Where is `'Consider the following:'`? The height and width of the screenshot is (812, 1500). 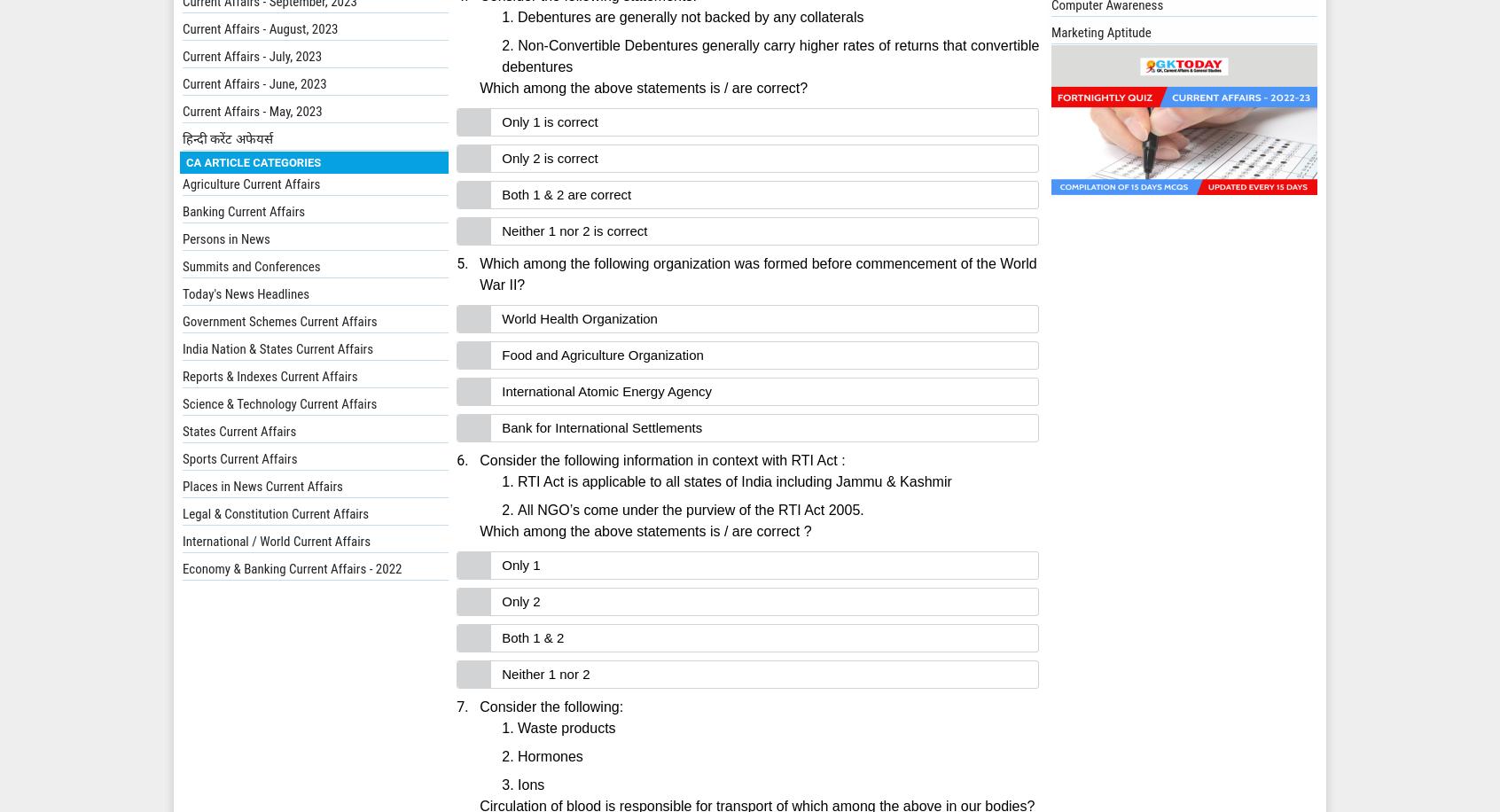 'Consider the following:' is located at coordinates (550, 706).